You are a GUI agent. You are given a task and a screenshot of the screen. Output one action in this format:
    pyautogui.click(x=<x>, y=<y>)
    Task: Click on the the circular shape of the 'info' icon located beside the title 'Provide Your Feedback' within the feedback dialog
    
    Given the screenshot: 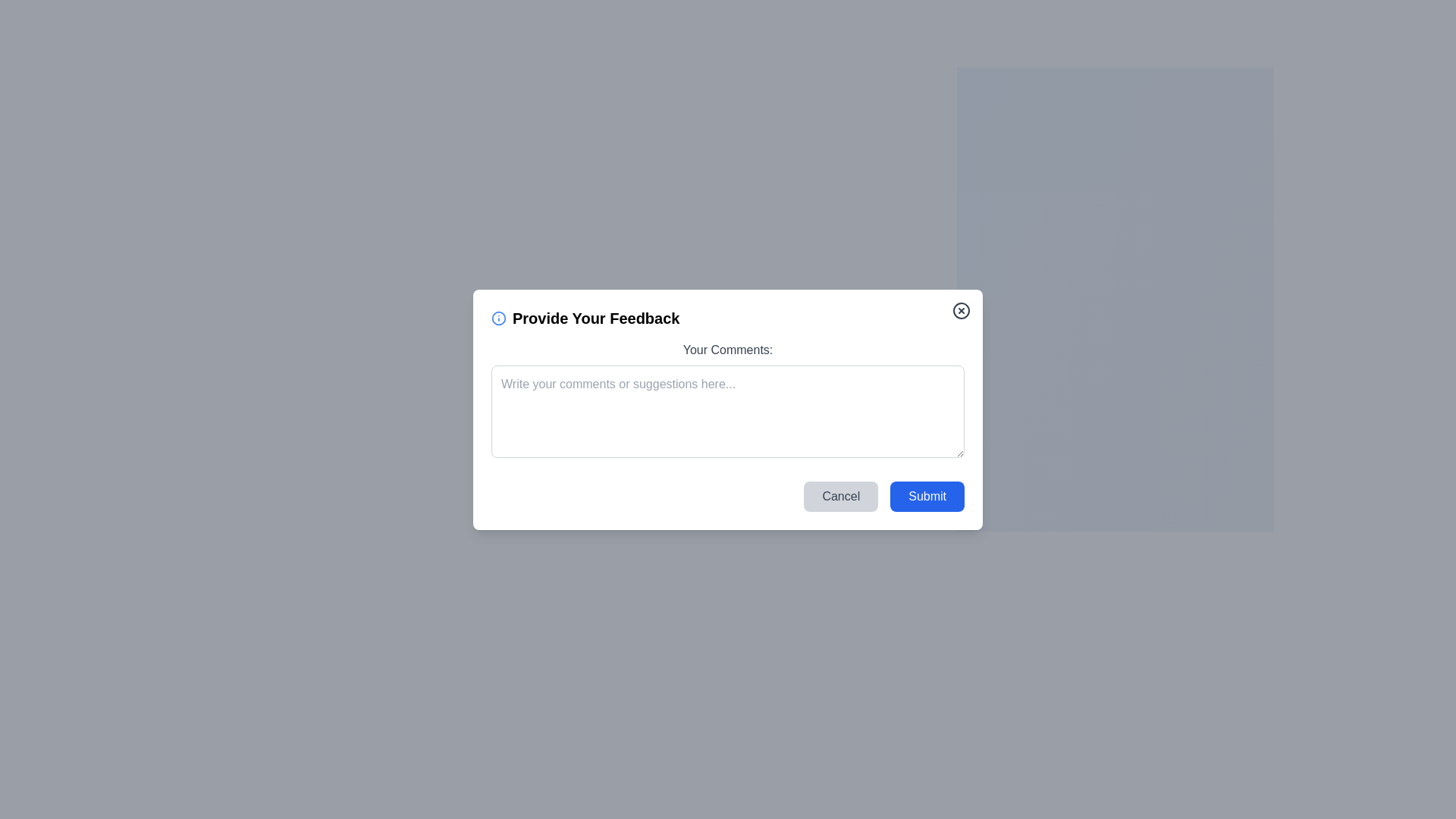 What is the action you would take?
    pyautogui.click(x=498, y=317)
    